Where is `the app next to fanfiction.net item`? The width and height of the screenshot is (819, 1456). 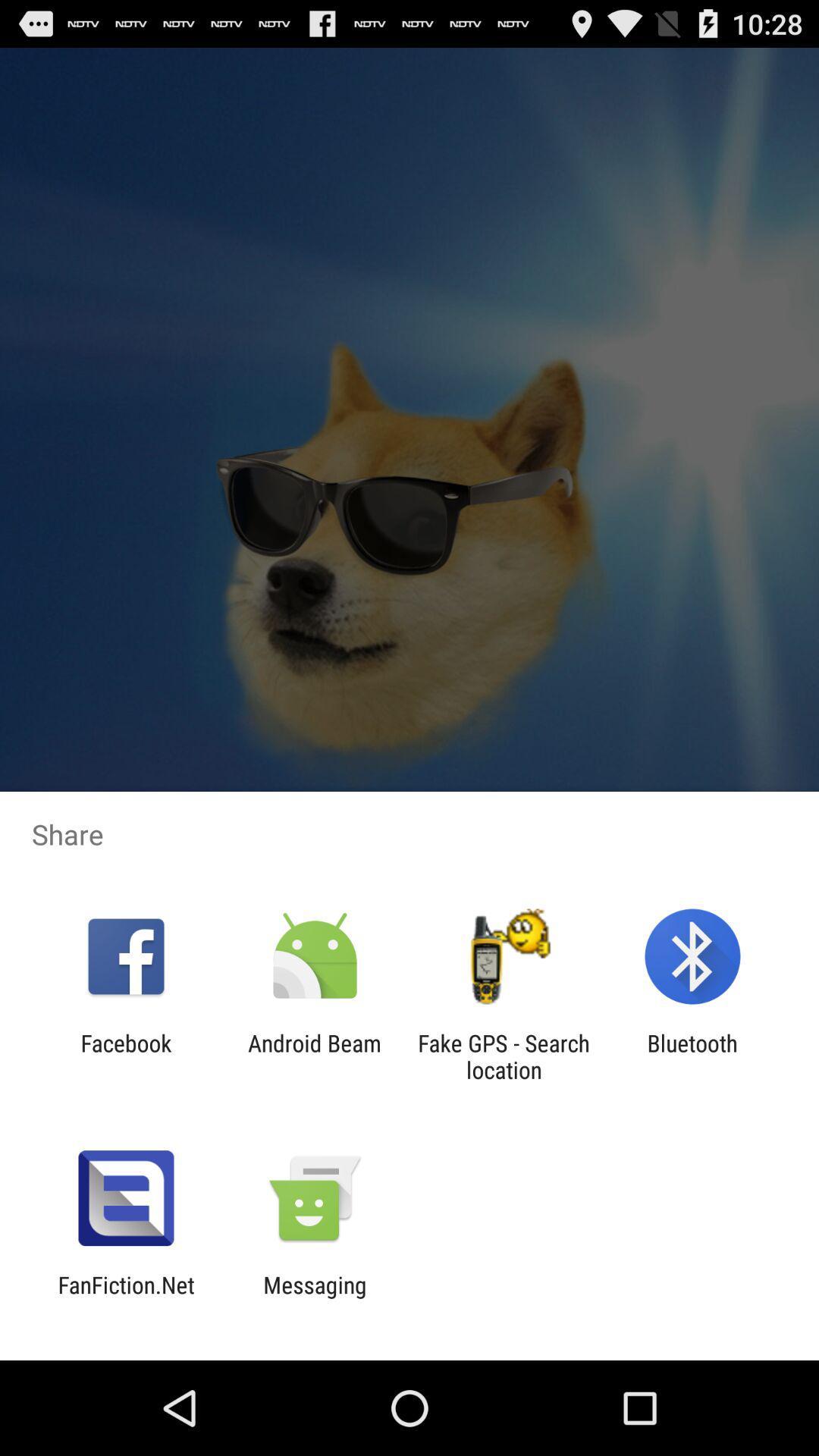 the app next to fanfiction.net item is located at coordinates (314, 1298).